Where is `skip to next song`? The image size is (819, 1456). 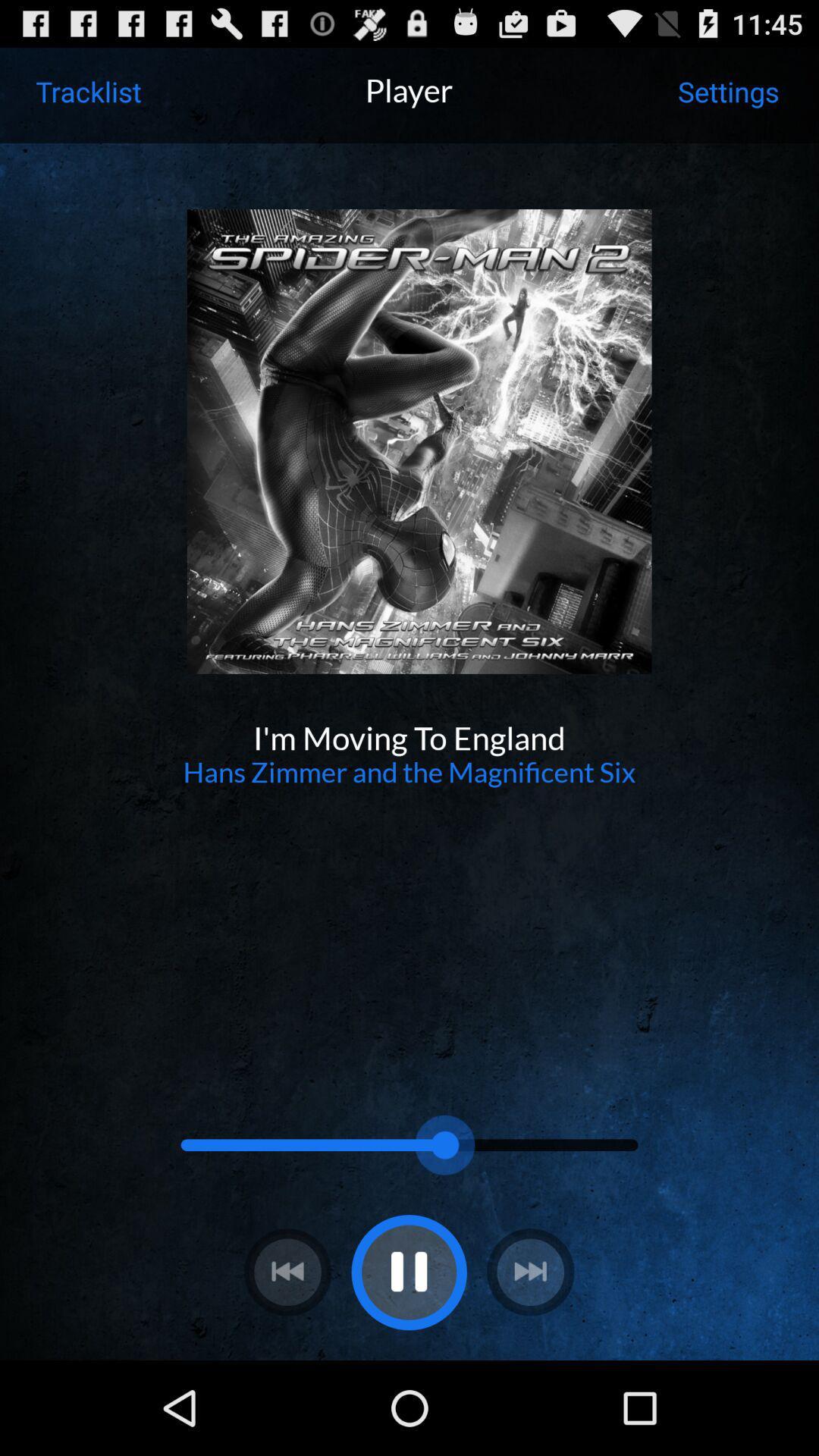
skip to next song is located at coordinates (529, 1272).